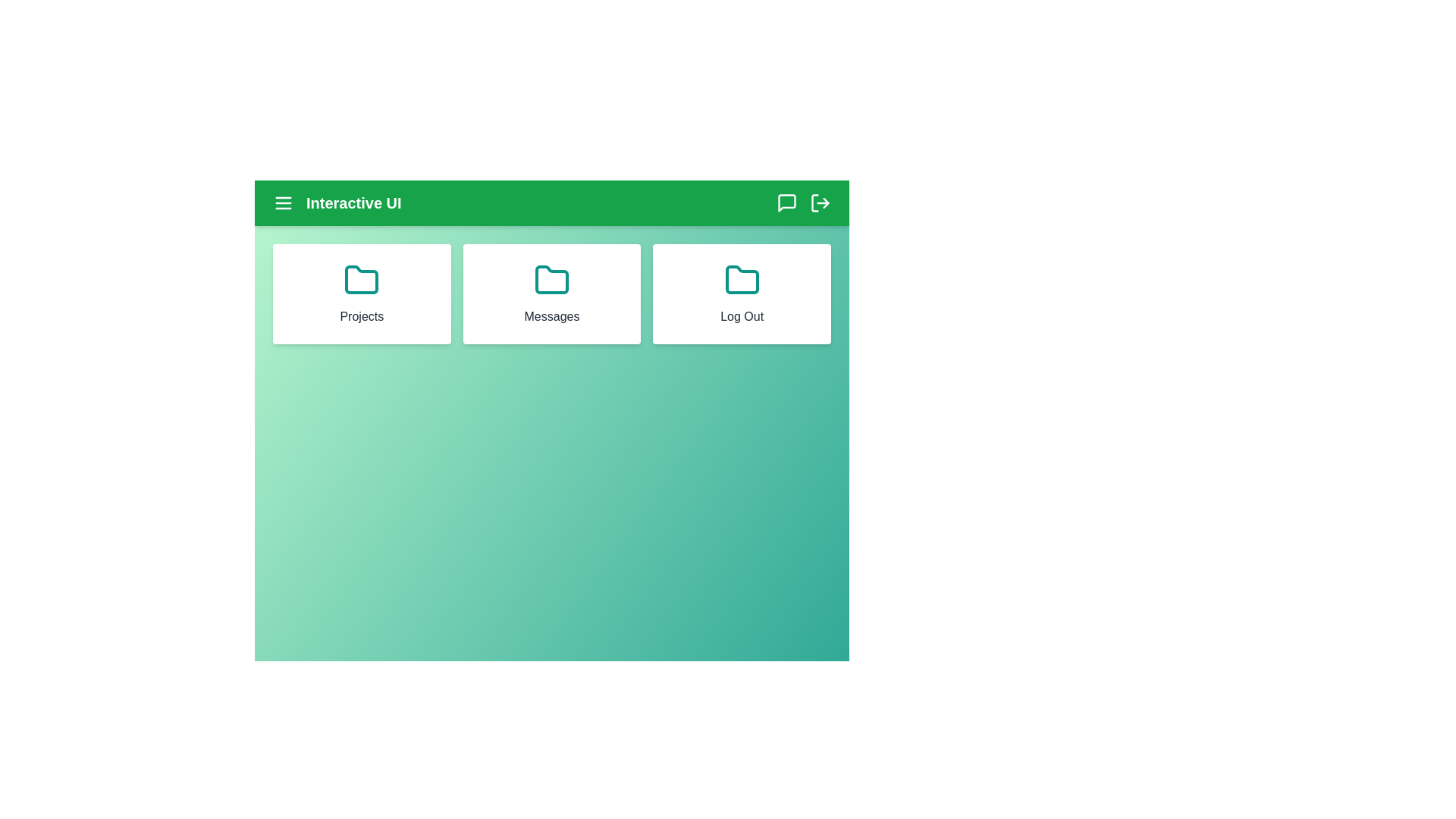 This screenshot has height=819, width=1456. Describe the element at coordinates (819, 202) in the screenshot. I see `the logout icon to log out` at that location.